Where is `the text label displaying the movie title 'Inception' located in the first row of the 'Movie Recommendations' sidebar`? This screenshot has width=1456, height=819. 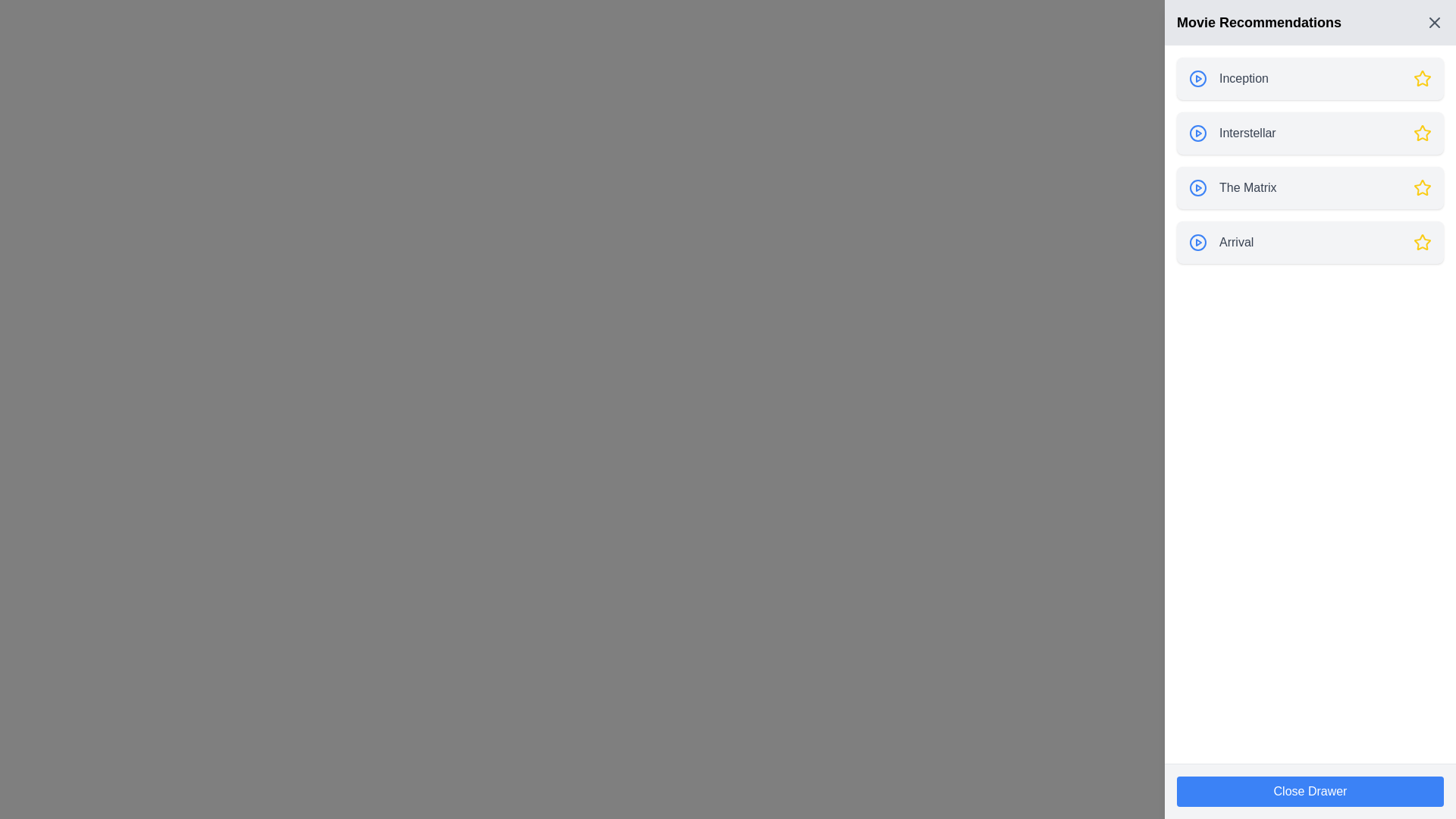 the text label displaying the movie title 'Inception' located in the first row of the 'Movie Recommendations' sidebar is located at coordinates (1244, 79).